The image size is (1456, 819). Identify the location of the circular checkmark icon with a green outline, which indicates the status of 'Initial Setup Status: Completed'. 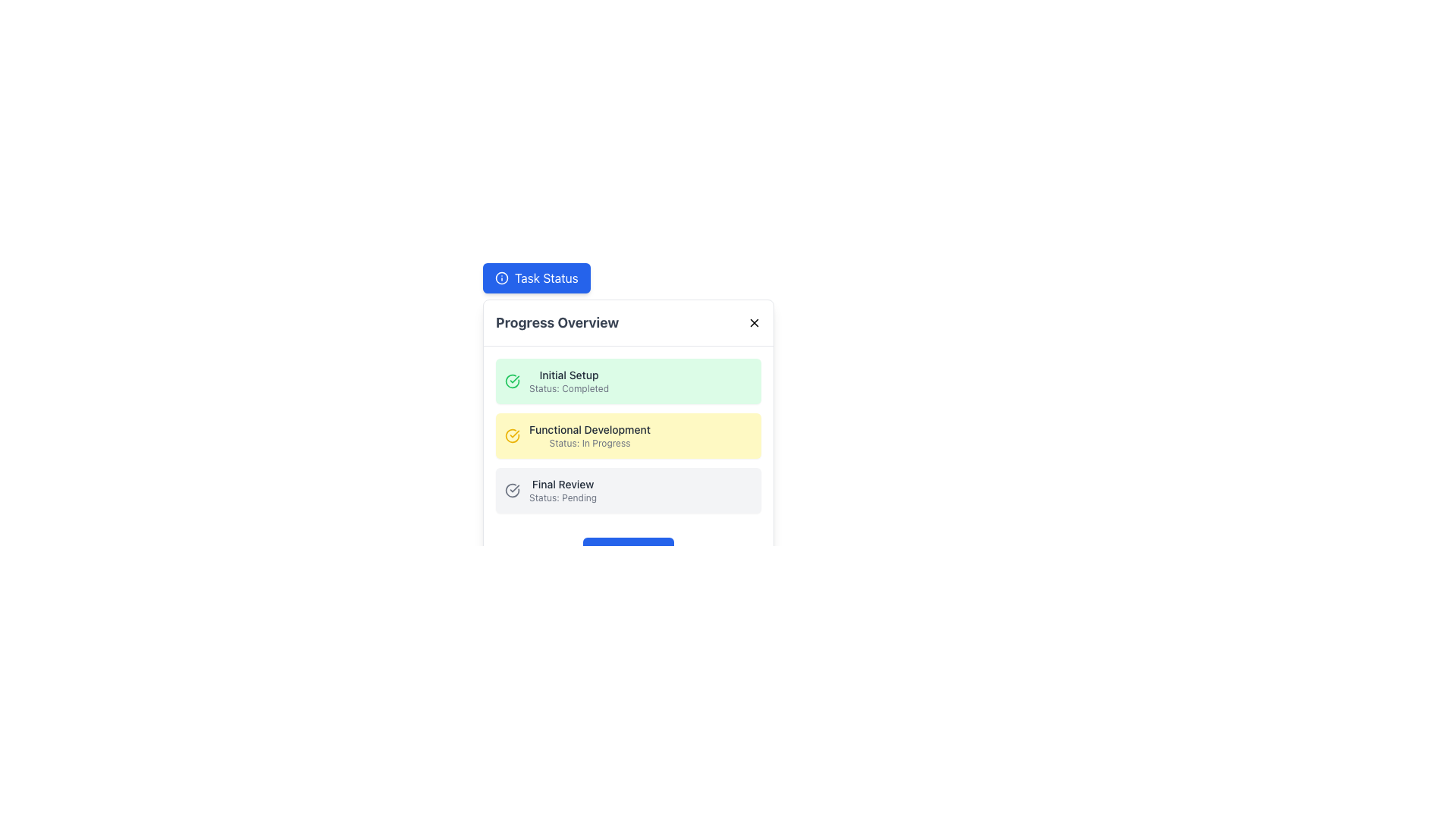
(513, 380).